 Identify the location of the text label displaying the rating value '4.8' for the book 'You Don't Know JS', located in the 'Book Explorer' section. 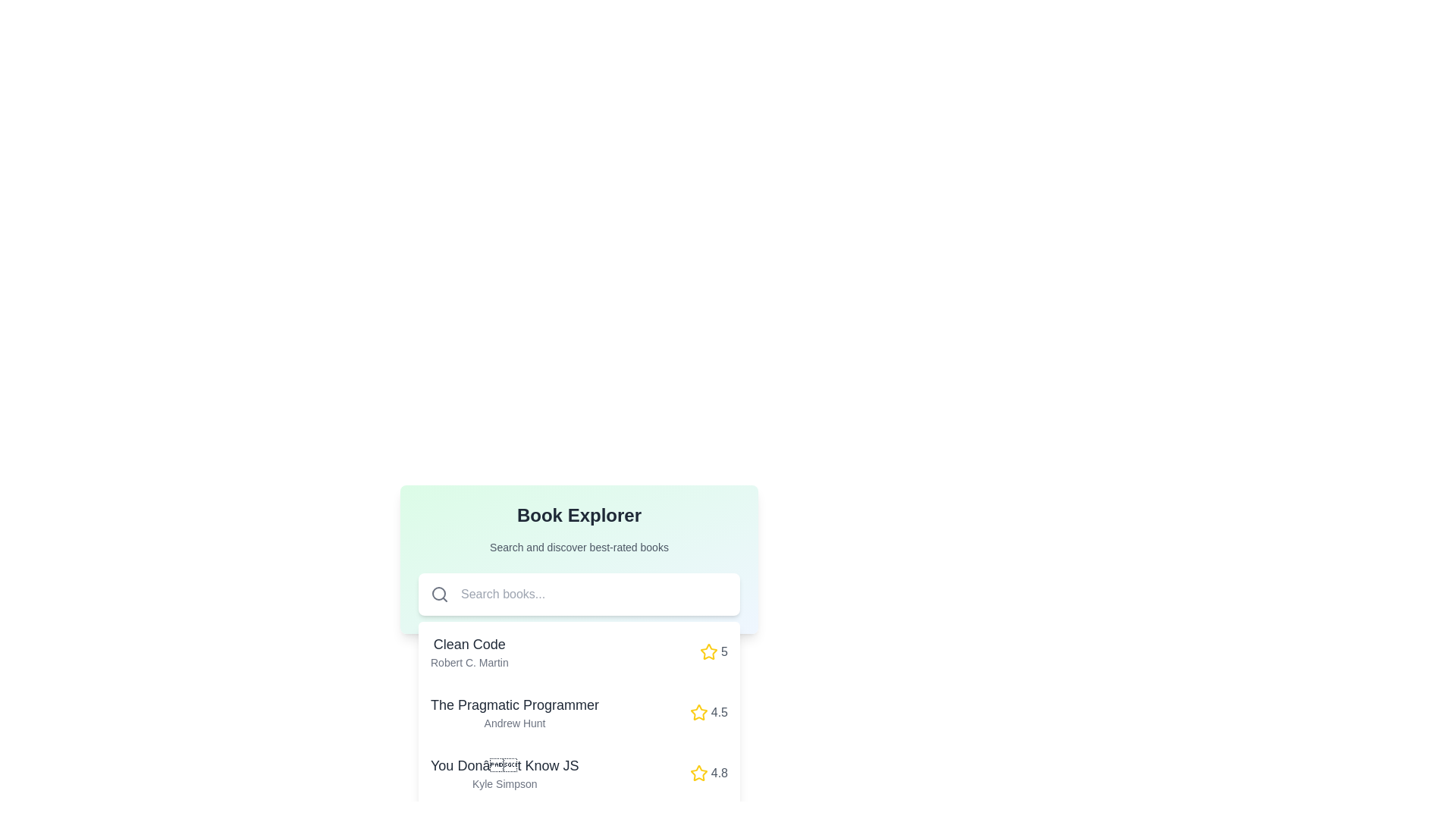
(718, 773).